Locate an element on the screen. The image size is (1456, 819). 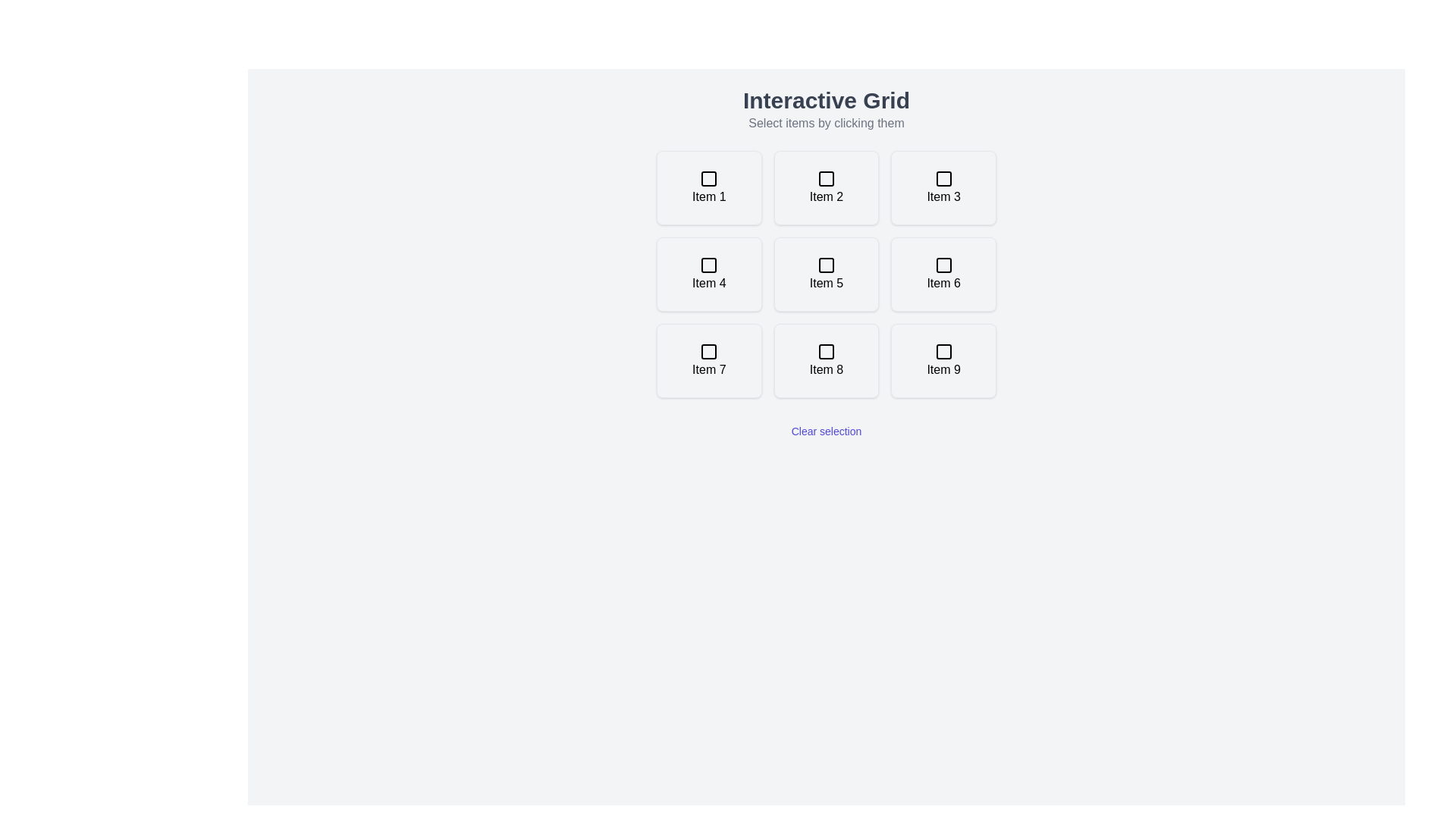
the grid item labeled 'Item 9' with a checkbox icon in the bottom-right corner of the grid is located at coordinates (943, 360).